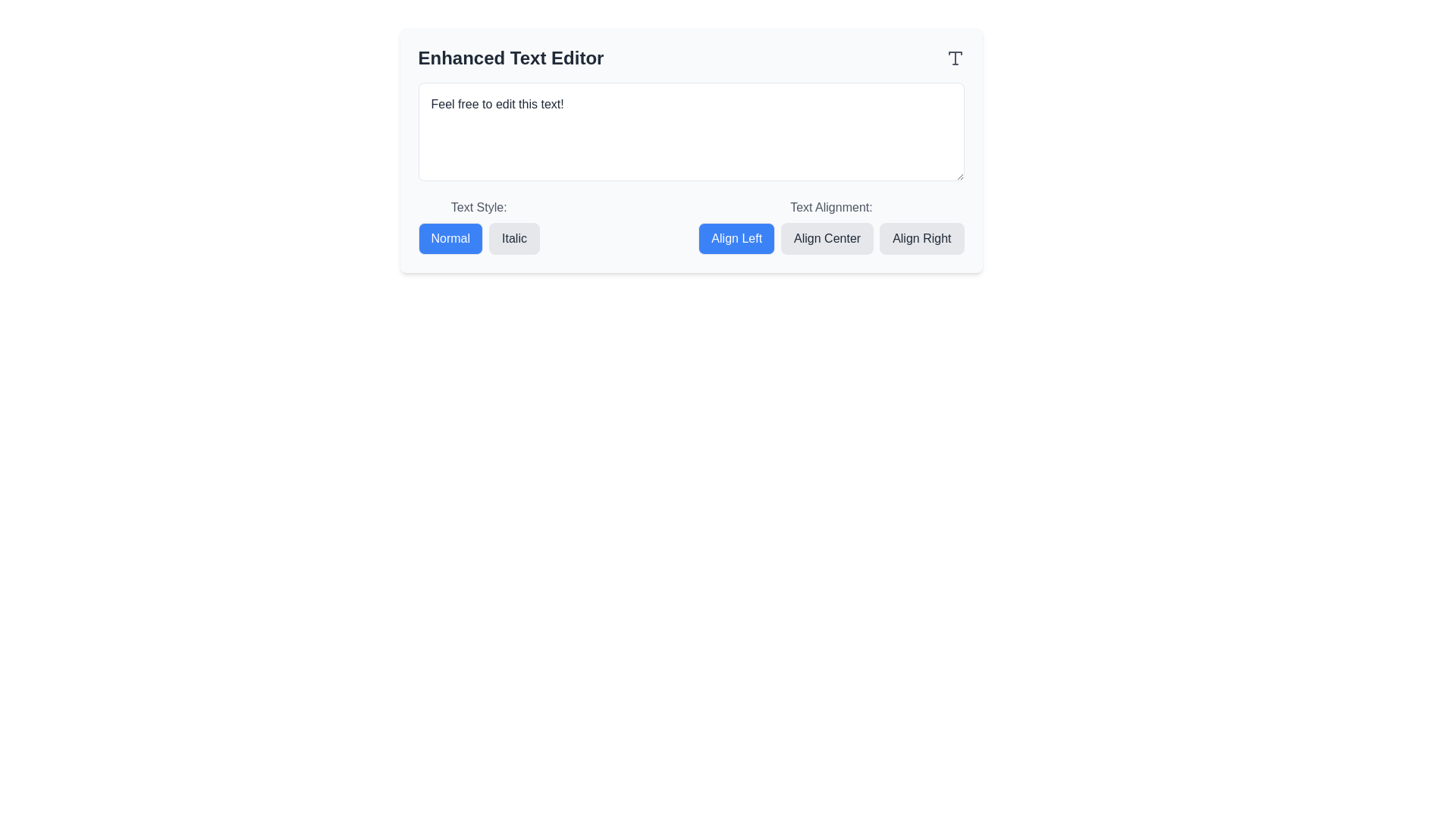  What do you see at coordinates (954, 52) in the screenshot?
I see `narrow triangular arrow-like SVG icon element located at the top-right corner of the main interface section for design adjustments` at bounding box center [954, 52].